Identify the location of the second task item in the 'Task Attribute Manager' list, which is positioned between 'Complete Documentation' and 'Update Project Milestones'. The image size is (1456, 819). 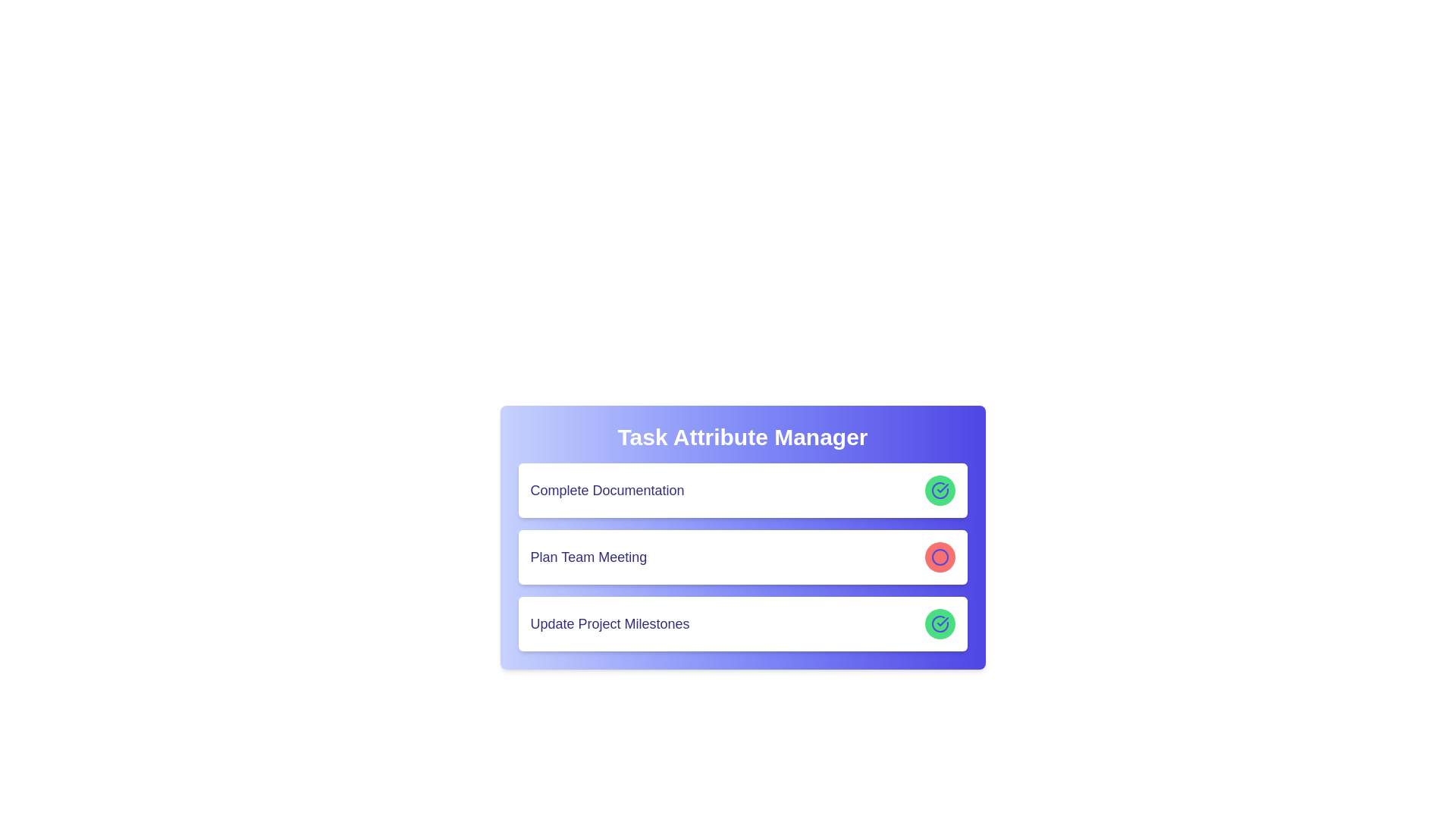
(742, 557).